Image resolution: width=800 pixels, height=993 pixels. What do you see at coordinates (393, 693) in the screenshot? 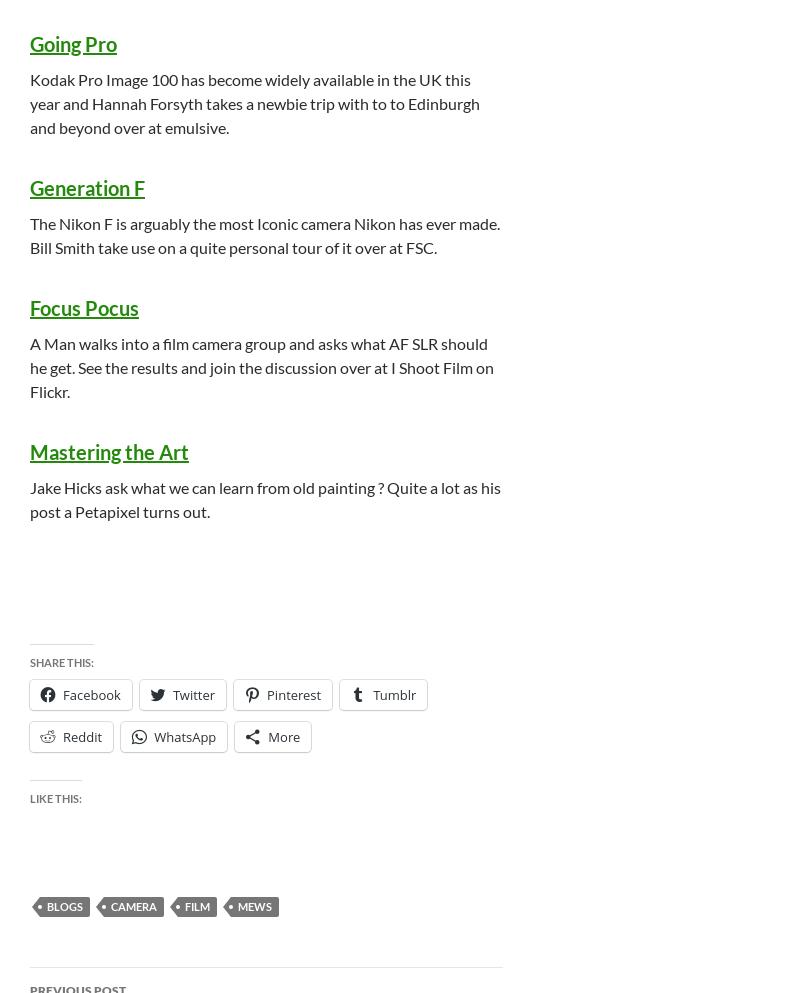
I see `'Tumblr'` at bounding box center [393, 693].